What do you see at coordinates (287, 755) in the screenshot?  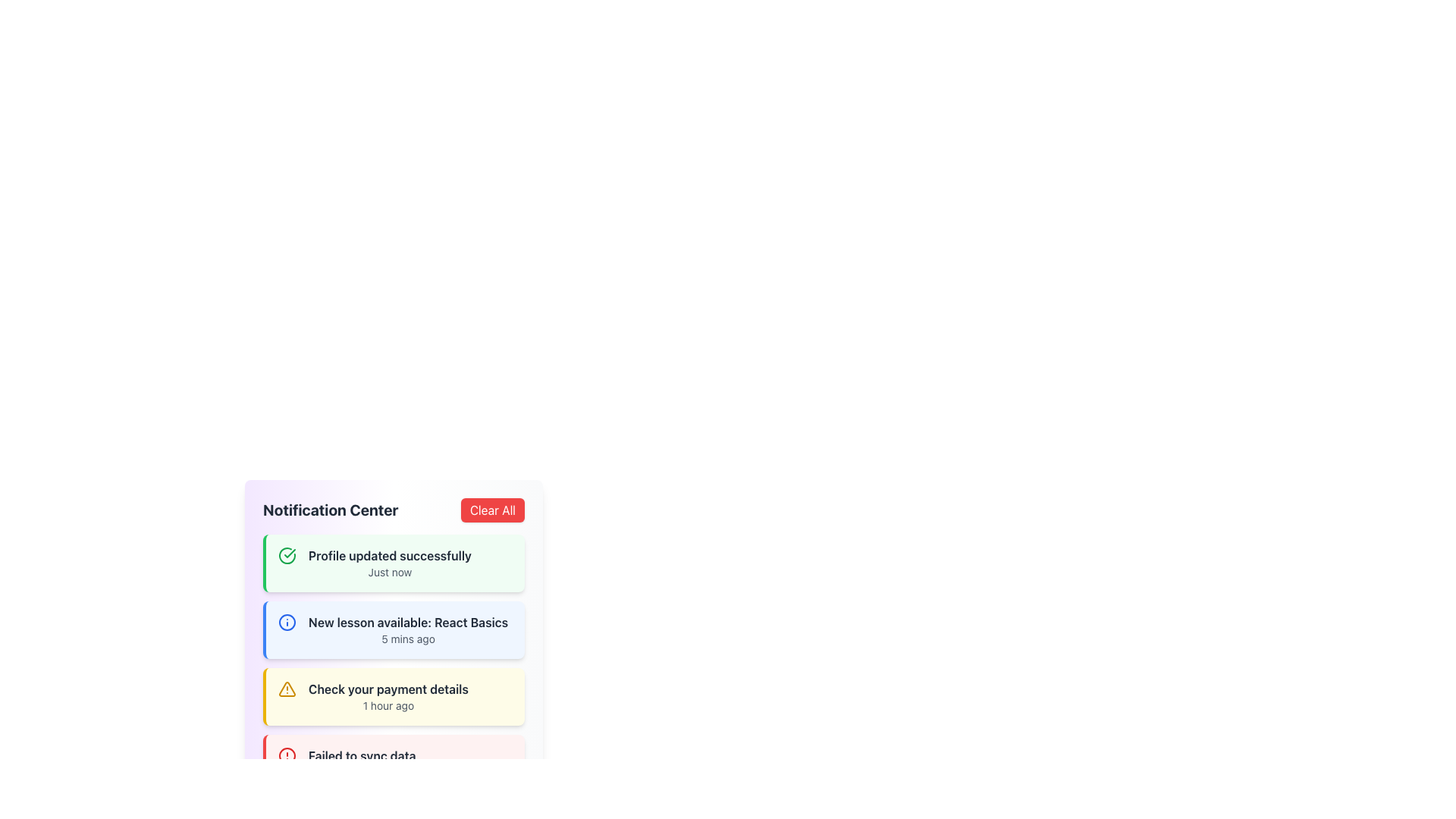 I see `the alert icon within the notification card that conveys urgency or error, located at the bottom of the notification list panel, preceding the text 'Failed to sync data' and 'Yesterday'` at bounding box center [287, 755].